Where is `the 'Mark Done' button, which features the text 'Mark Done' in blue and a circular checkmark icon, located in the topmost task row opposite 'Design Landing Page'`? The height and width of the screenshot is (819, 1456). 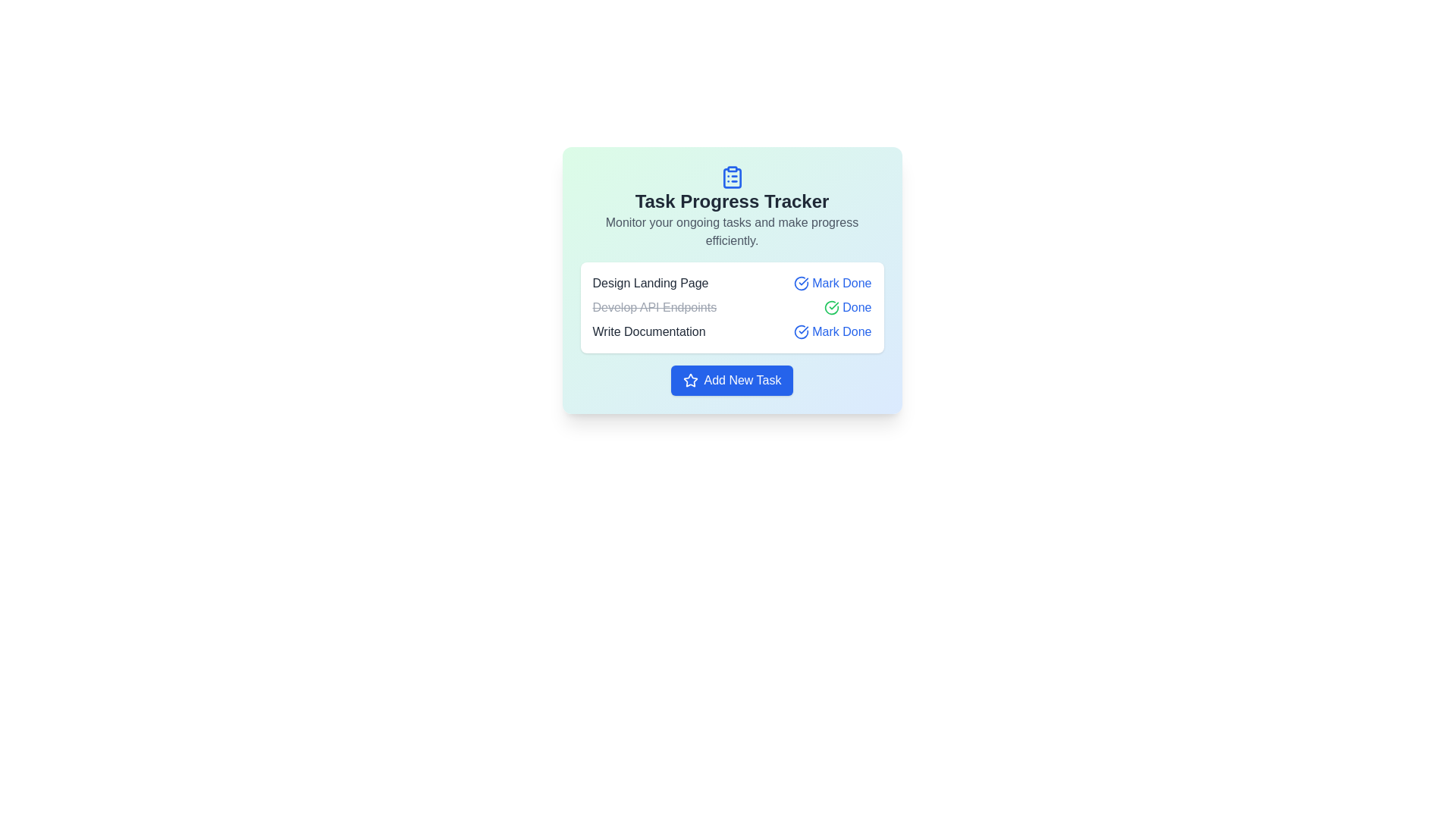
the 'Mark Done' button, which features the text 'Mark Done' in blue and a circular checkmark icon, located in the topmost task row opposite 'Design Landing Page' is located at coordinates (832, 284).